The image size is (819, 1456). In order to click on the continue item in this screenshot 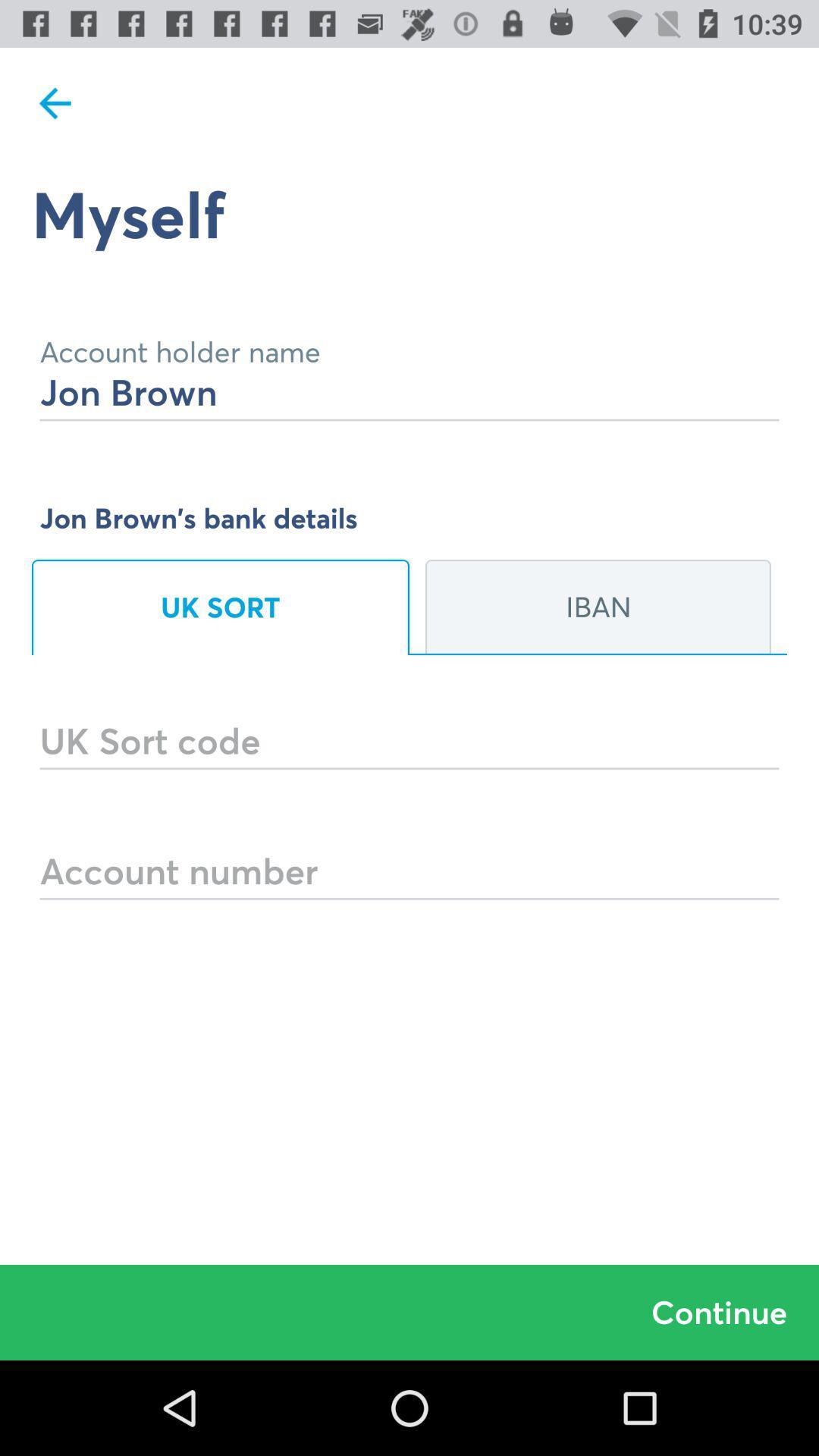, I will do `click(409, 1312)`.